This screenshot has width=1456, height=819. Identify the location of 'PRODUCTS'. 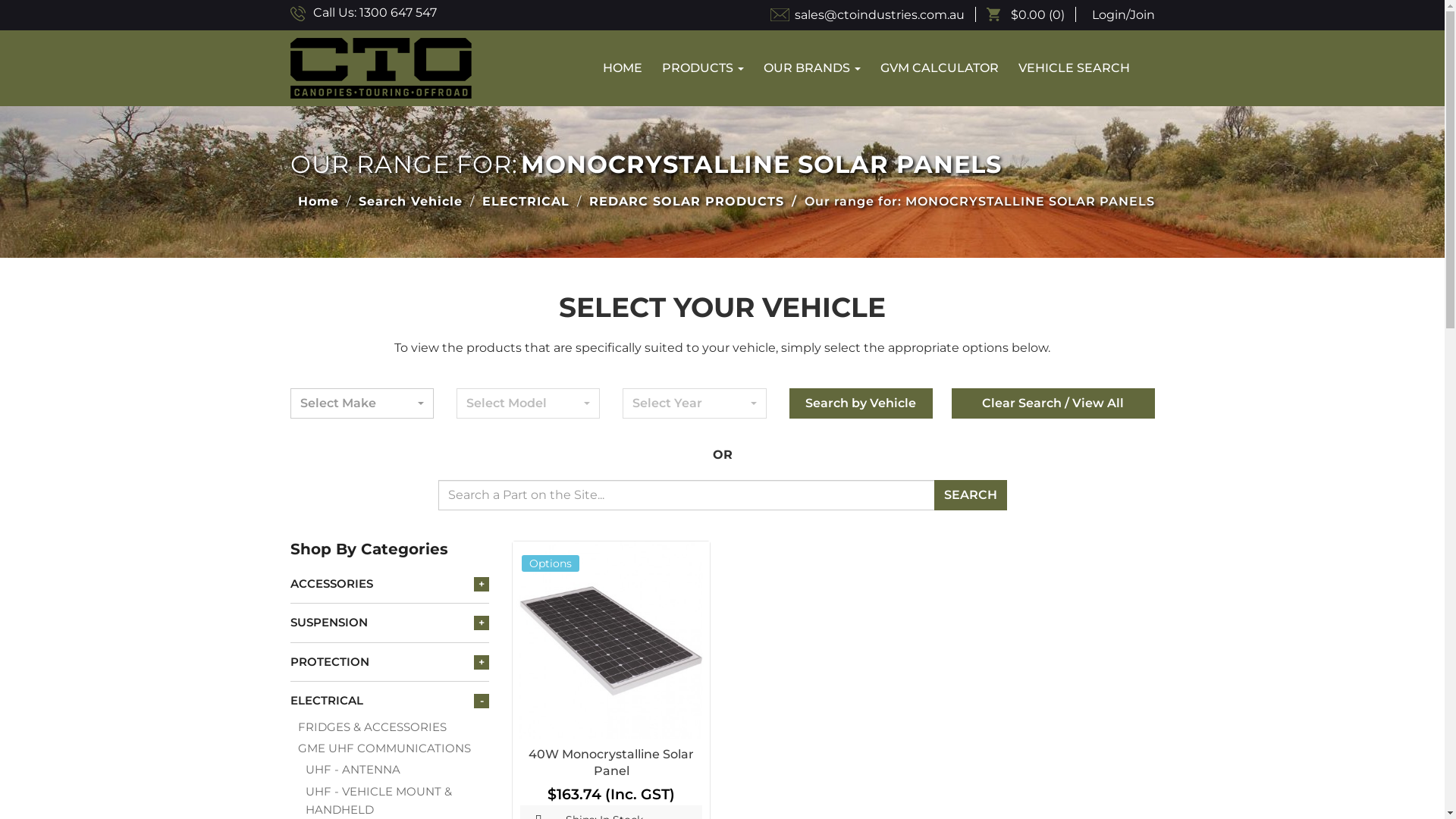
(701, 67).